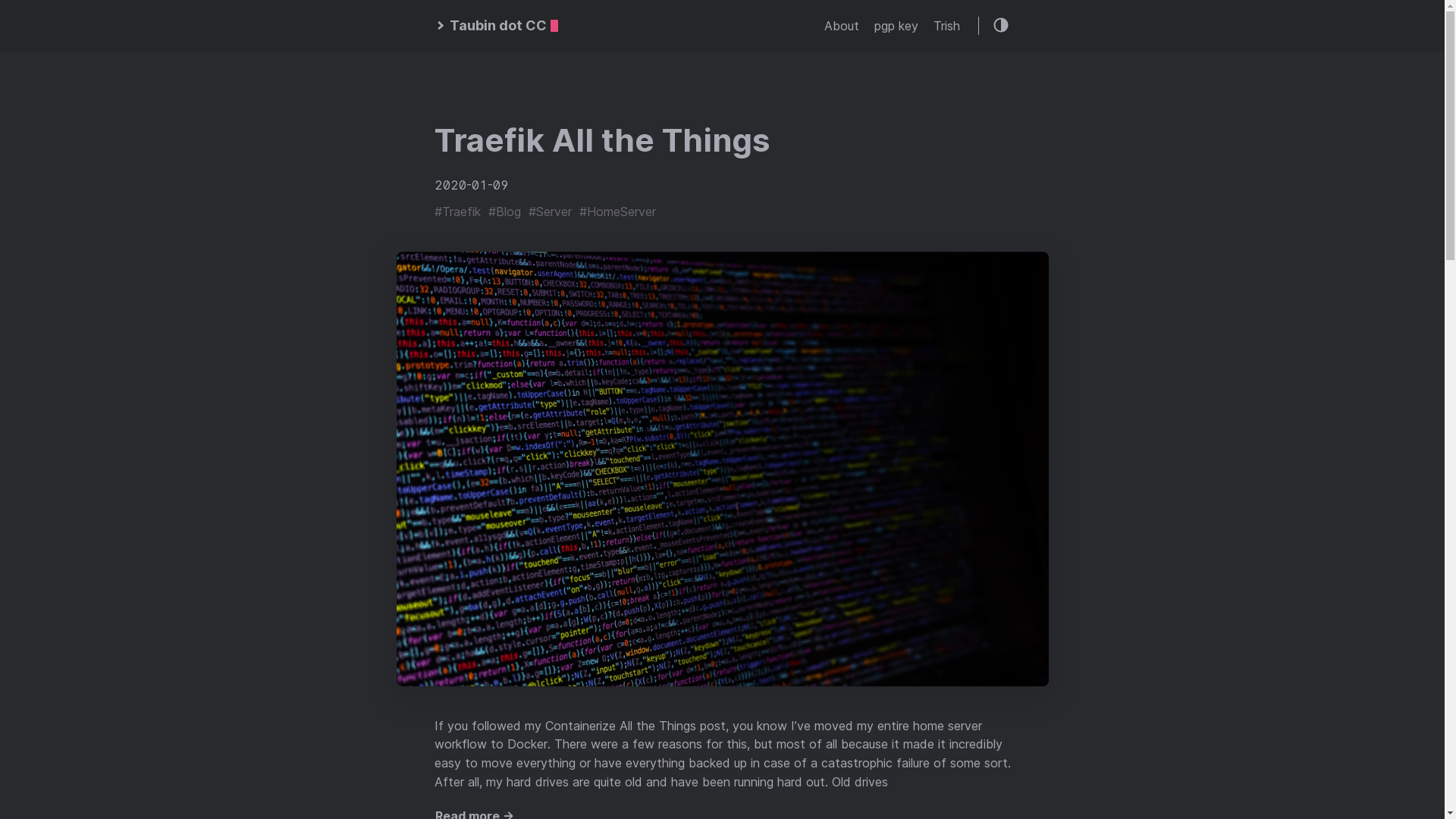  Describe the element at coordinates (874, 26) in the screenshot. I see `'pgp key'` at that location.